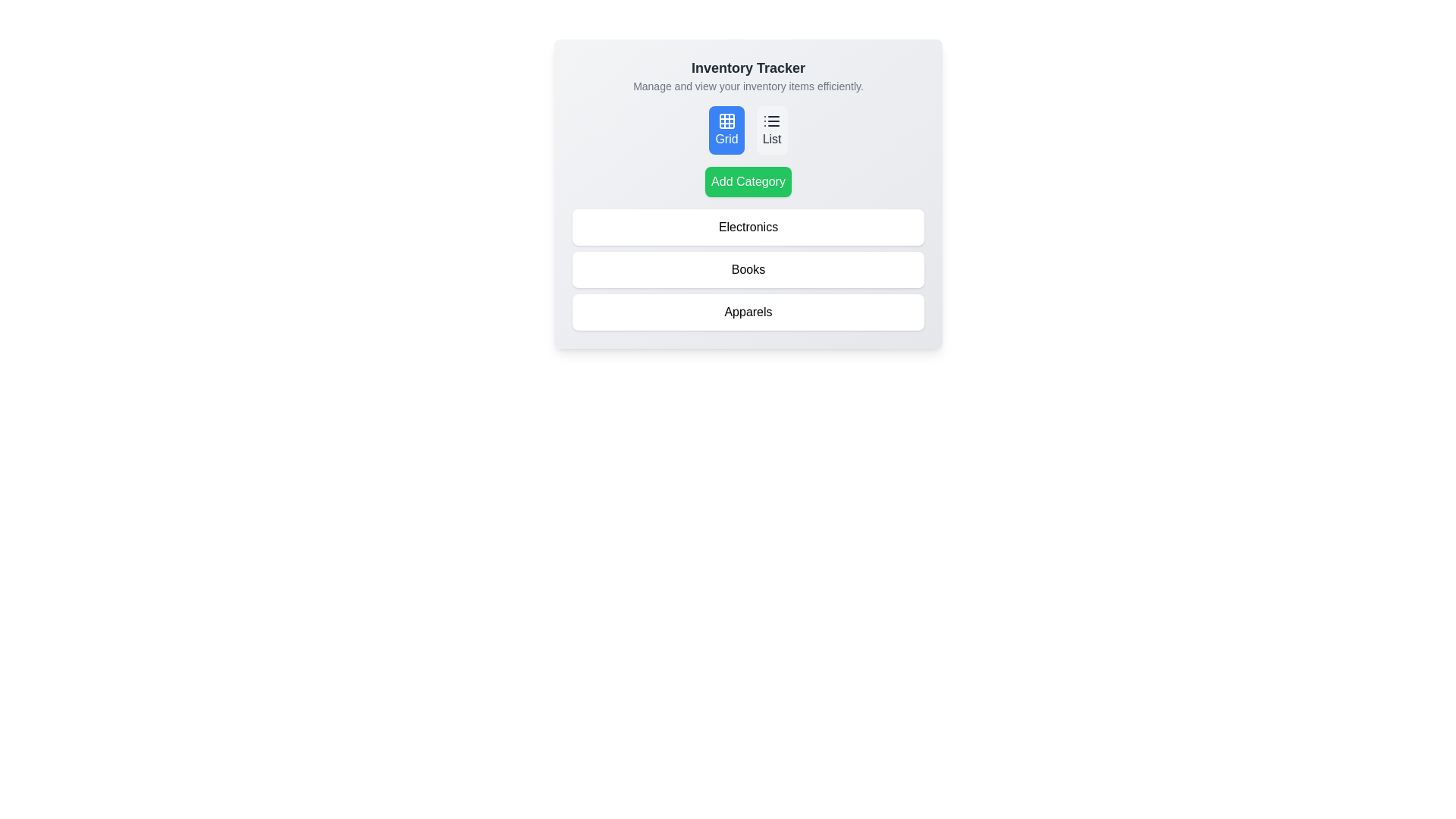 The width and height of the screenshot is (1456, 819). What do you see at coordinates (748, 86) in the screenshot?
I see `the text block that contains the phrase 'Manage and view your inventory items efficiently.' which is gray and centered below 'Inventory Tracker'` at bounding box center [748, 86].